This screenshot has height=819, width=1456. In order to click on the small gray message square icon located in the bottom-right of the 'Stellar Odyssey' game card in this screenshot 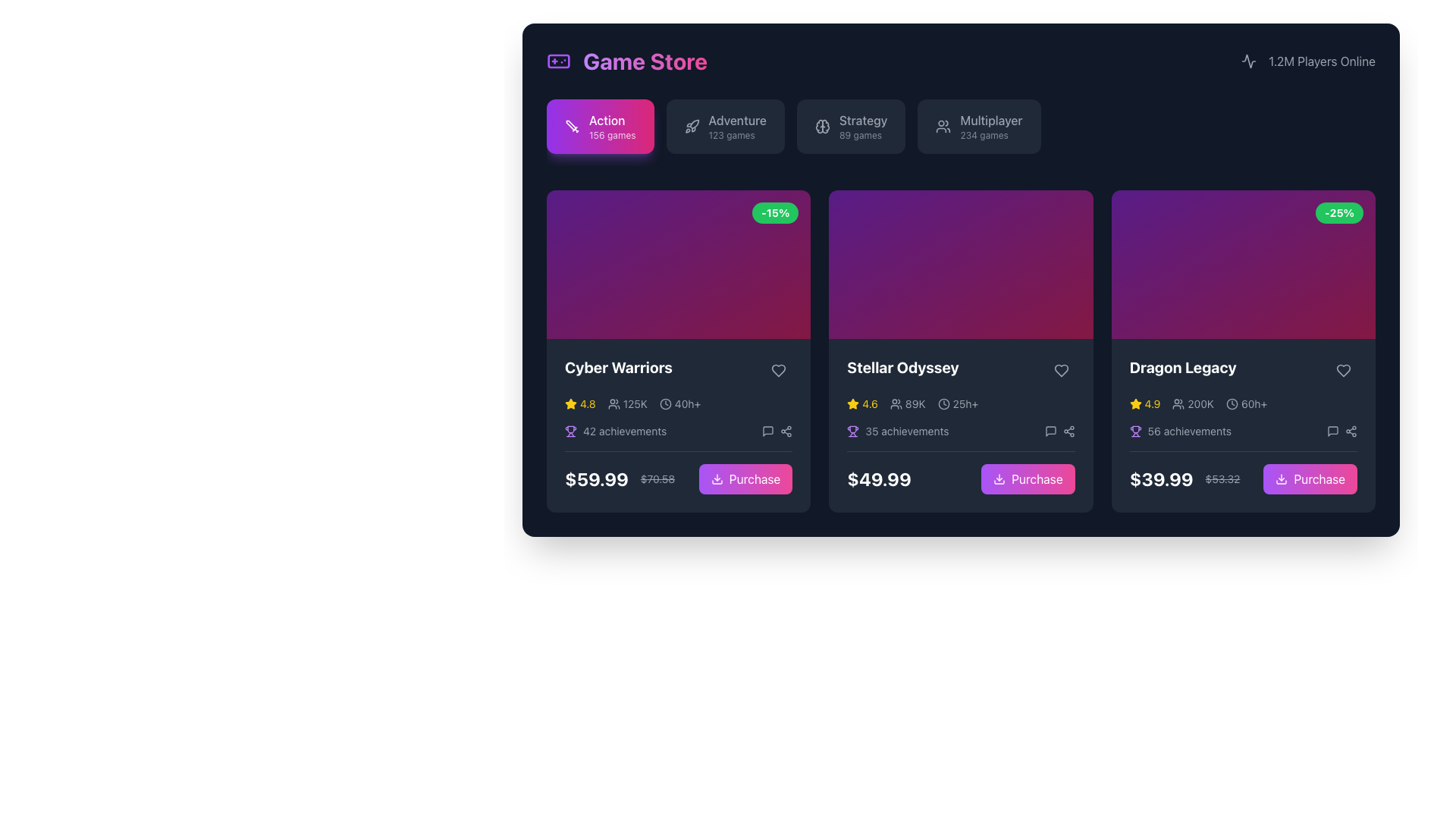, I will do `click(1050, 431)`.